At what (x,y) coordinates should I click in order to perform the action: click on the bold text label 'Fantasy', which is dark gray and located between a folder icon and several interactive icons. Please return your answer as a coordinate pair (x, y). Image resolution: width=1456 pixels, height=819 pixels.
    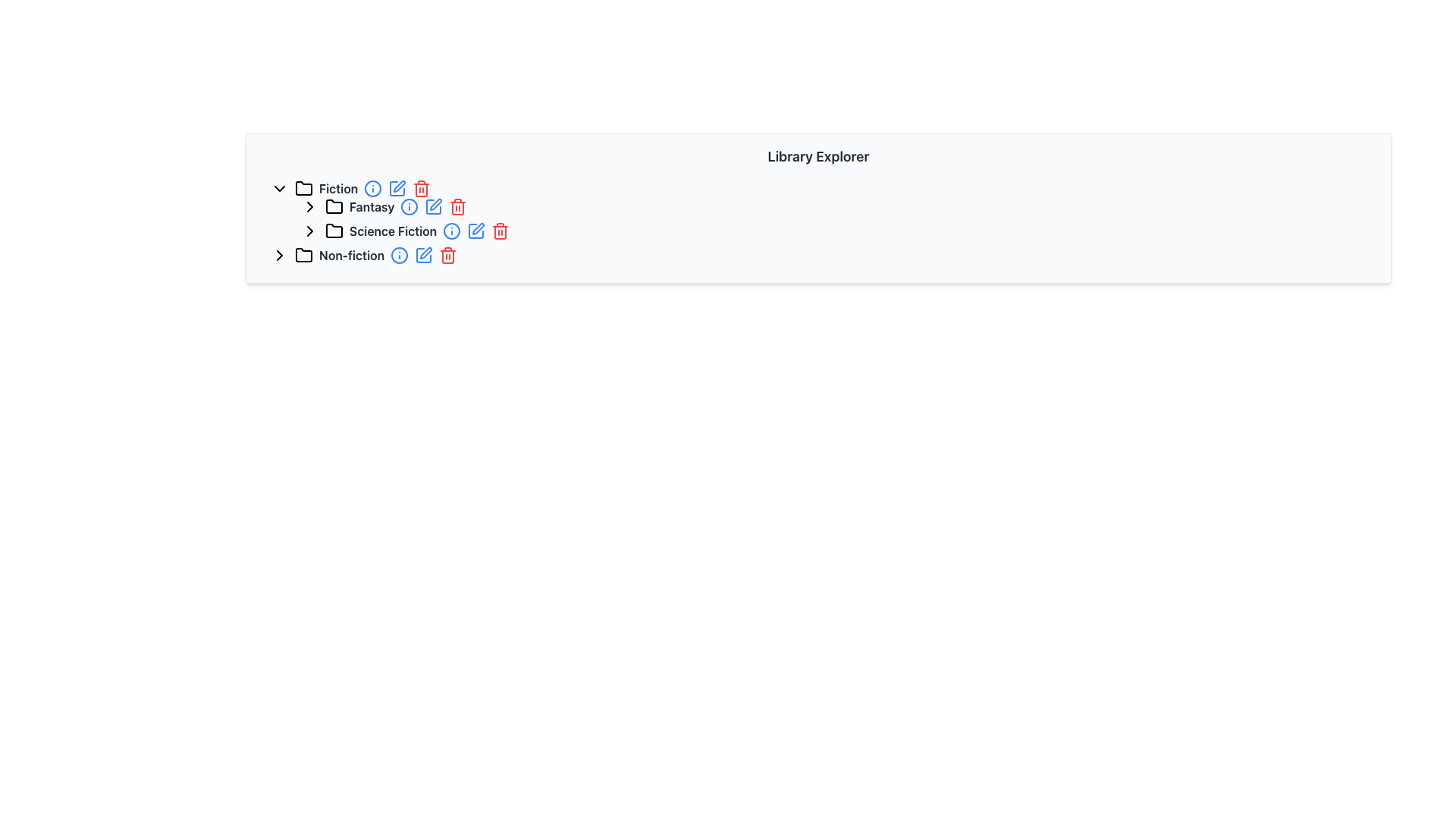
    Looking at the image, I should click on (372, 207).